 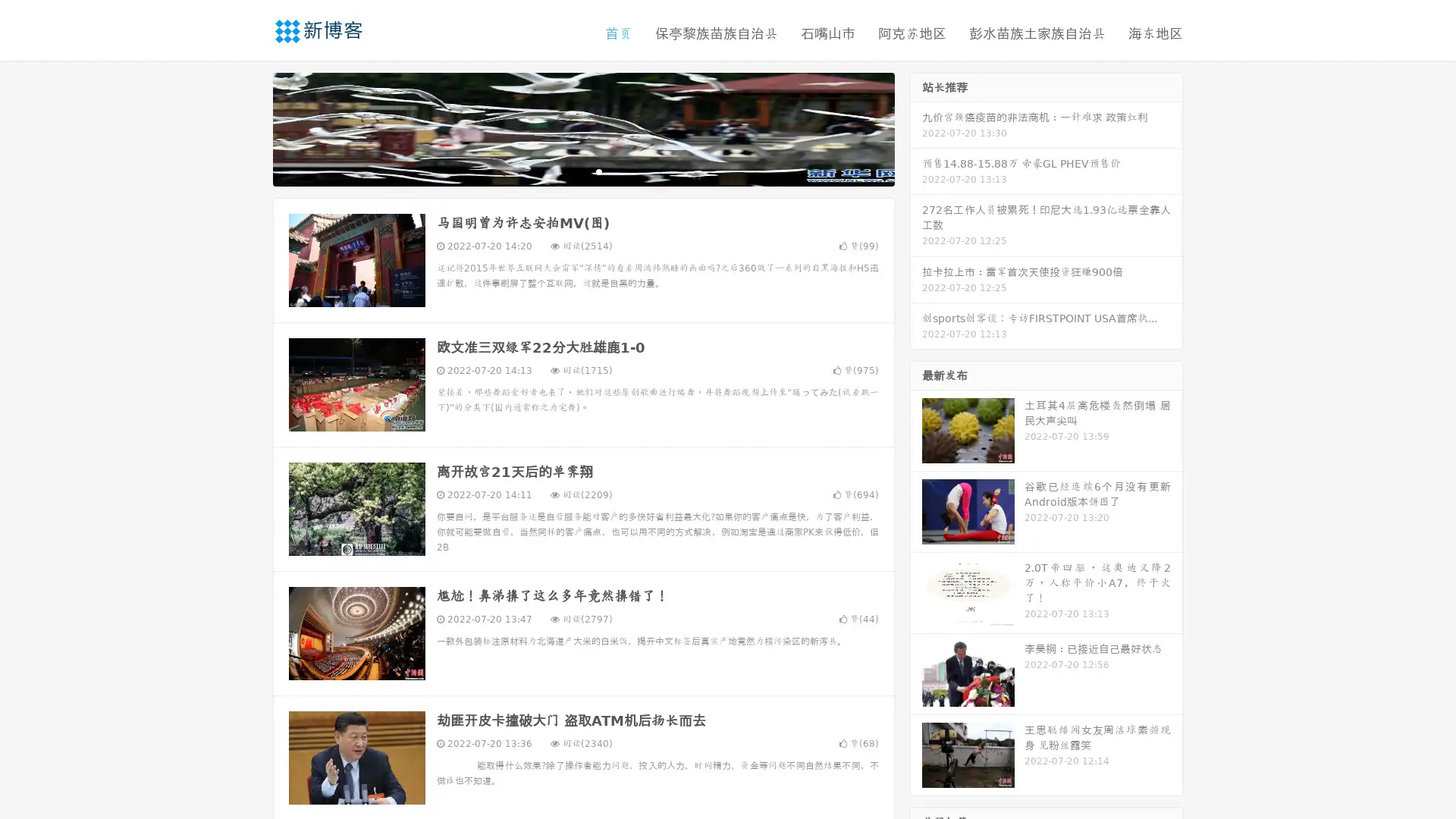 I want to click on Previous slide, so click(x=250, y=127).